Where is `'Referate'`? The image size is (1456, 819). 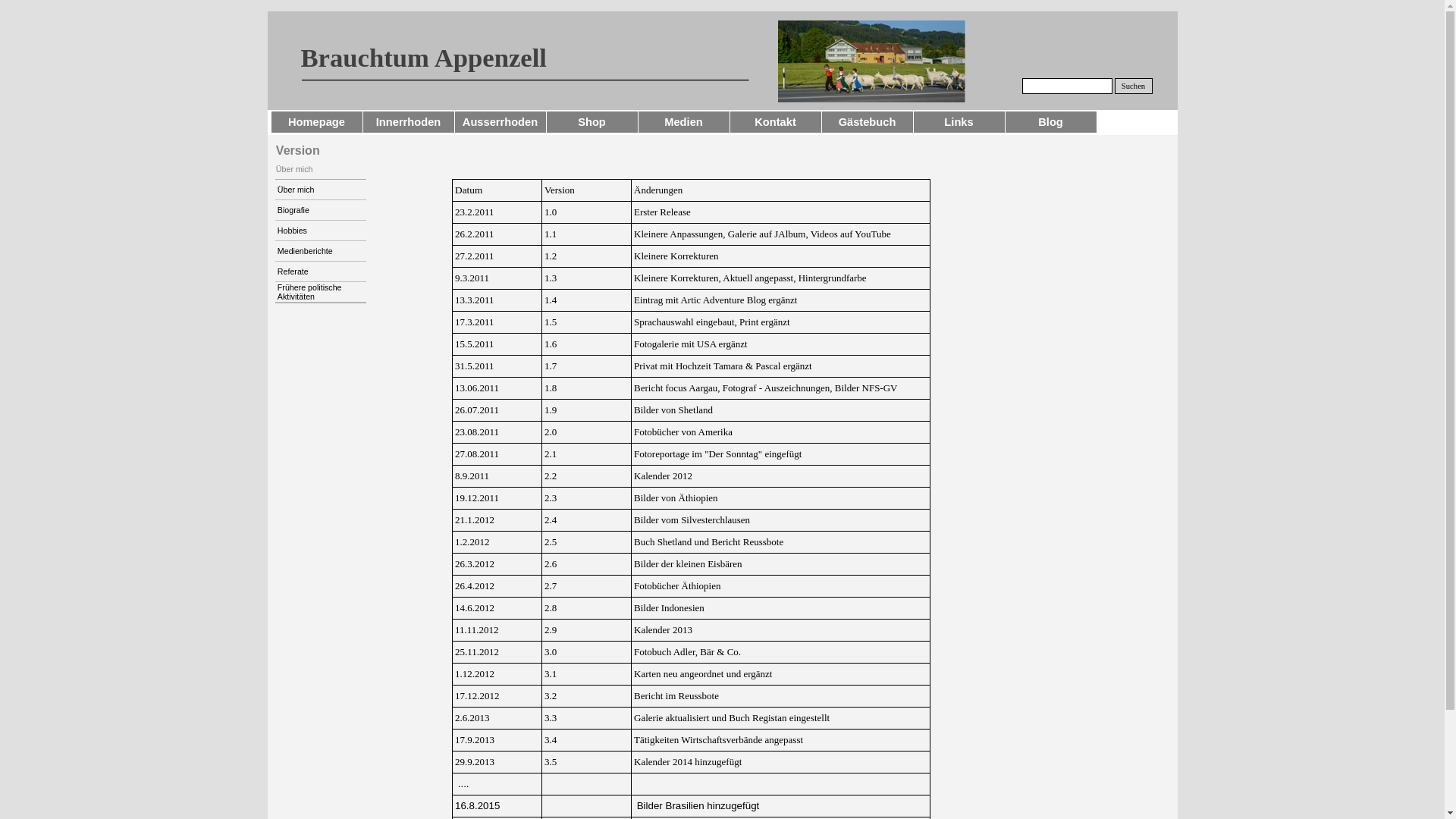
'Referate' is located at coordinates (319, 271).